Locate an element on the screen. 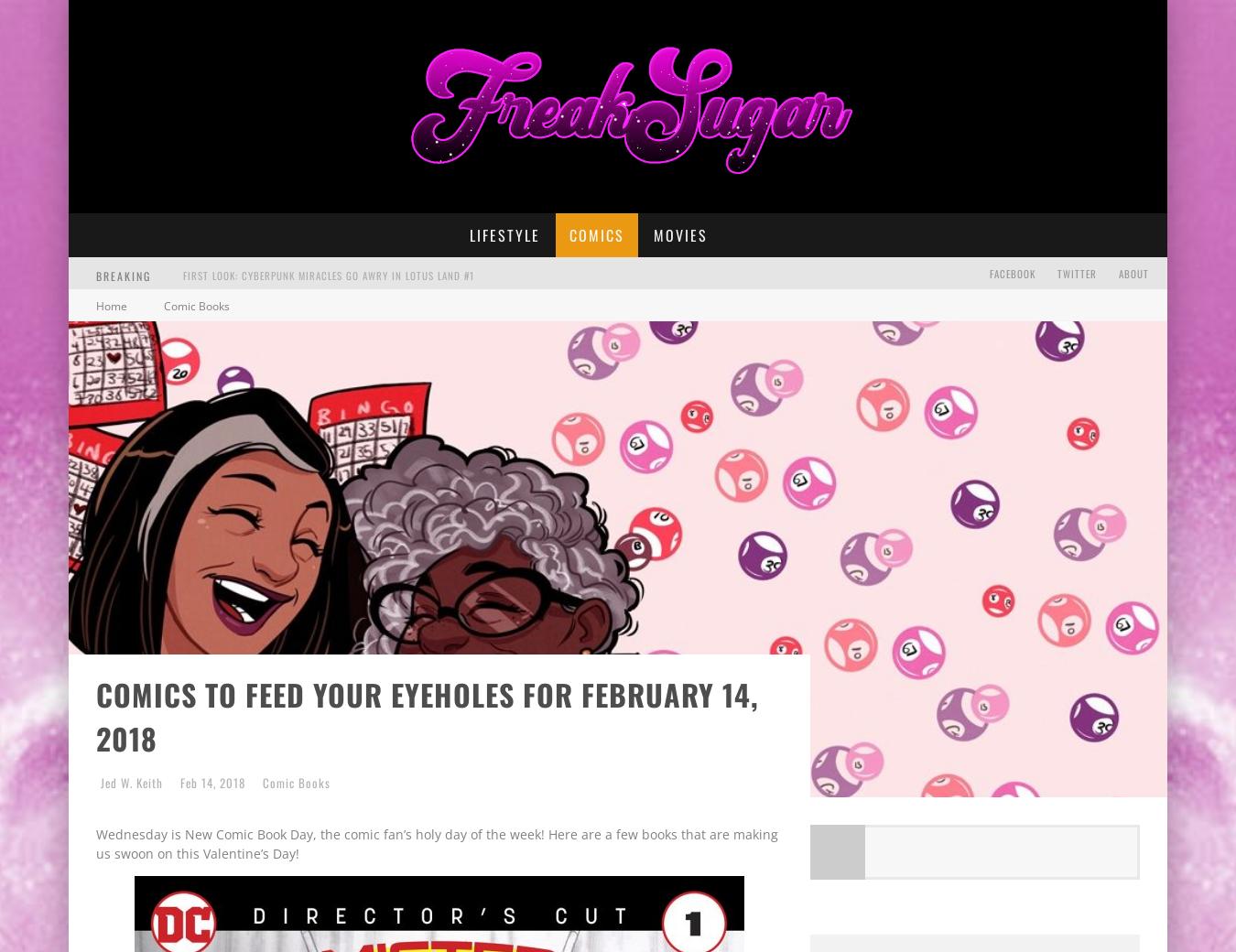  'Tom Scioli Launches a Kickstarter for the Horror-Themed Hero WITCHMAN' is located at coordinates (372, 345).